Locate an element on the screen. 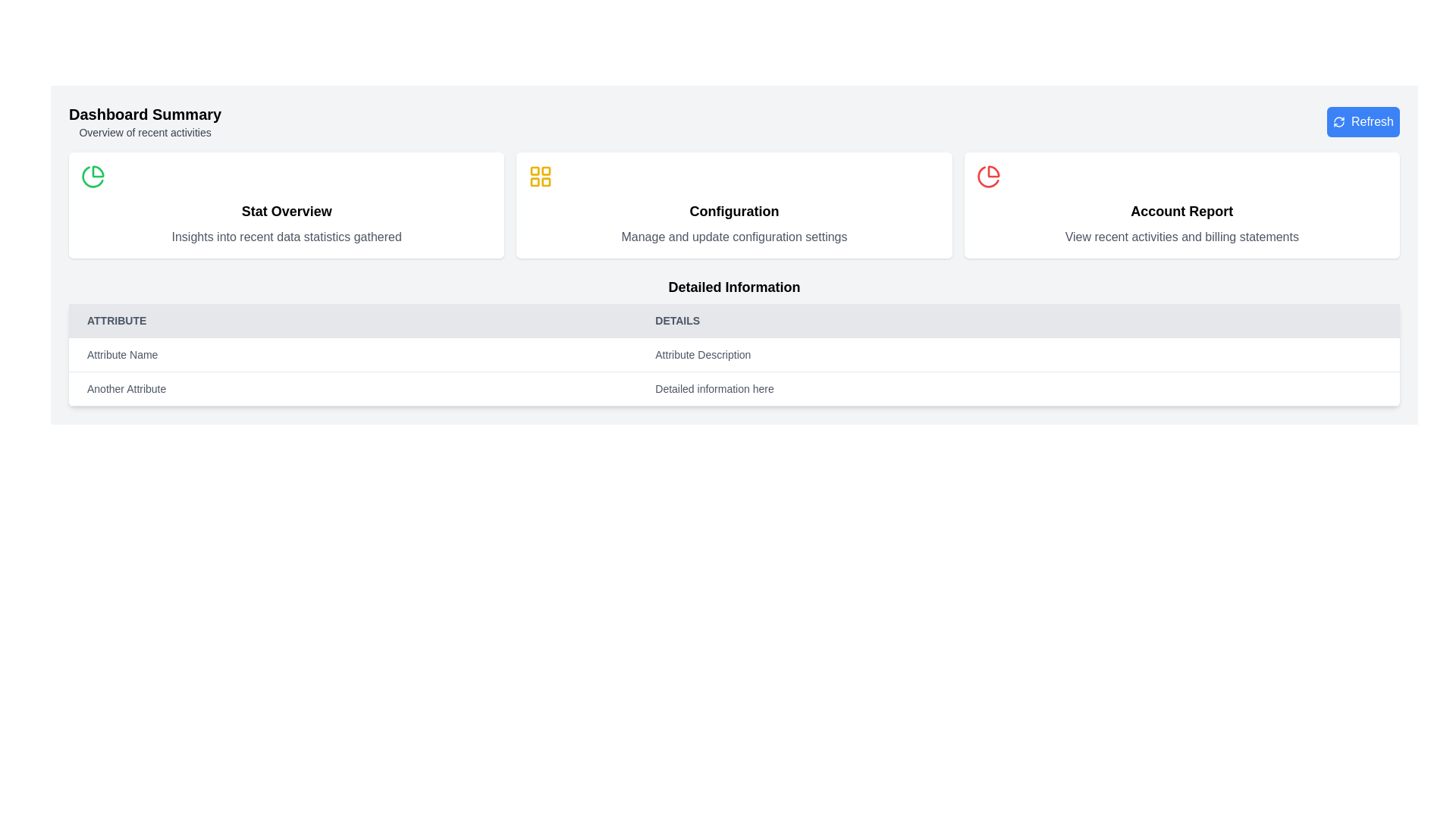 The height and width of the screenshot is (819, 1456). descriptive text element located beneath the title 'Account Report' in the Dashboard Summary section of the card layout, which outlines monitoring recent activities and billing statements is located at coordinates (1181, 237).